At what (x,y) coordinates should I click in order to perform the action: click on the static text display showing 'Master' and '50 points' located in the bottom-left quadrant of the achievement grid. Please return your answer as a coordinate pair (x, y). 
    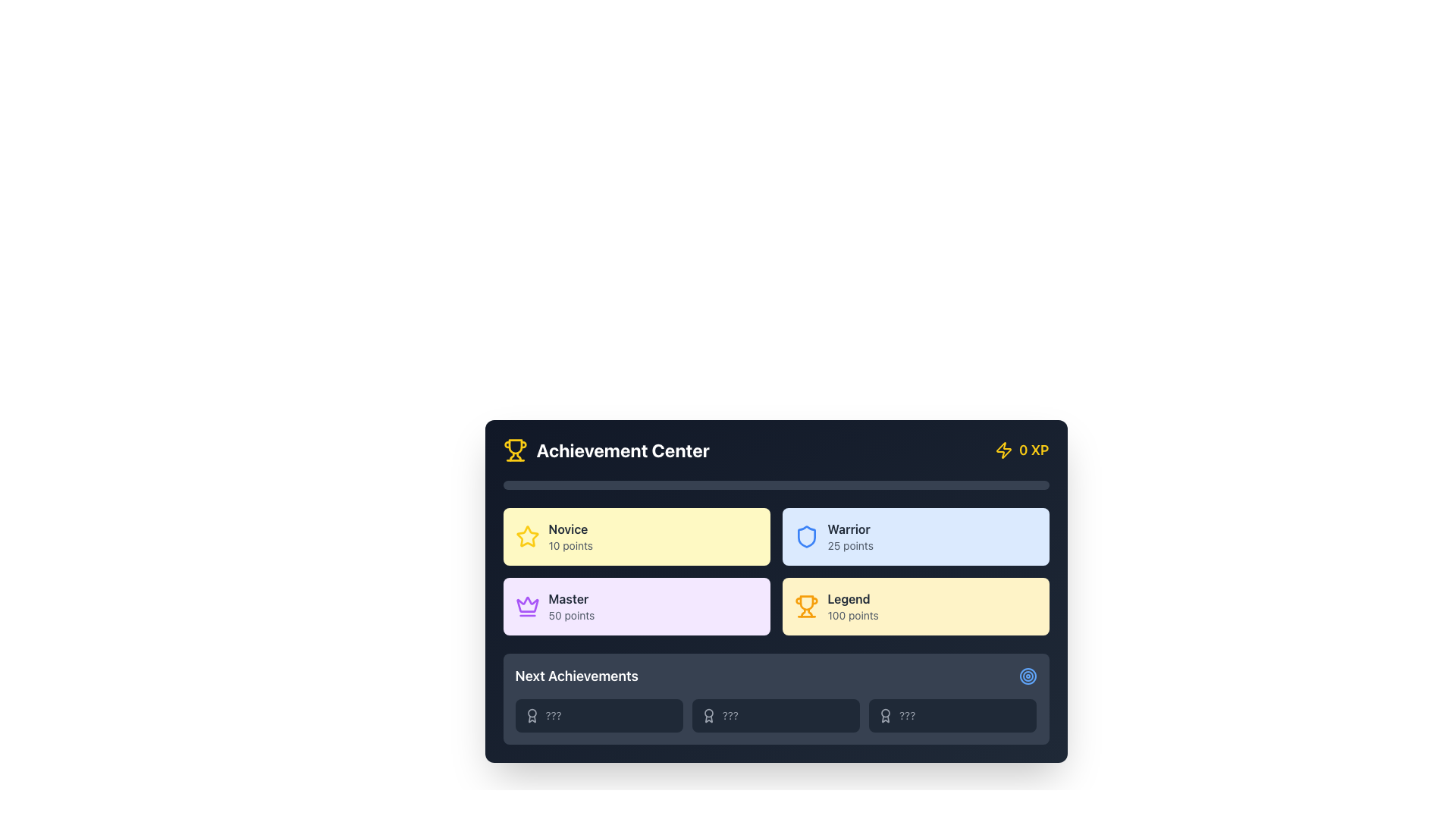
    Looking at the image, I should click on (570, 605).